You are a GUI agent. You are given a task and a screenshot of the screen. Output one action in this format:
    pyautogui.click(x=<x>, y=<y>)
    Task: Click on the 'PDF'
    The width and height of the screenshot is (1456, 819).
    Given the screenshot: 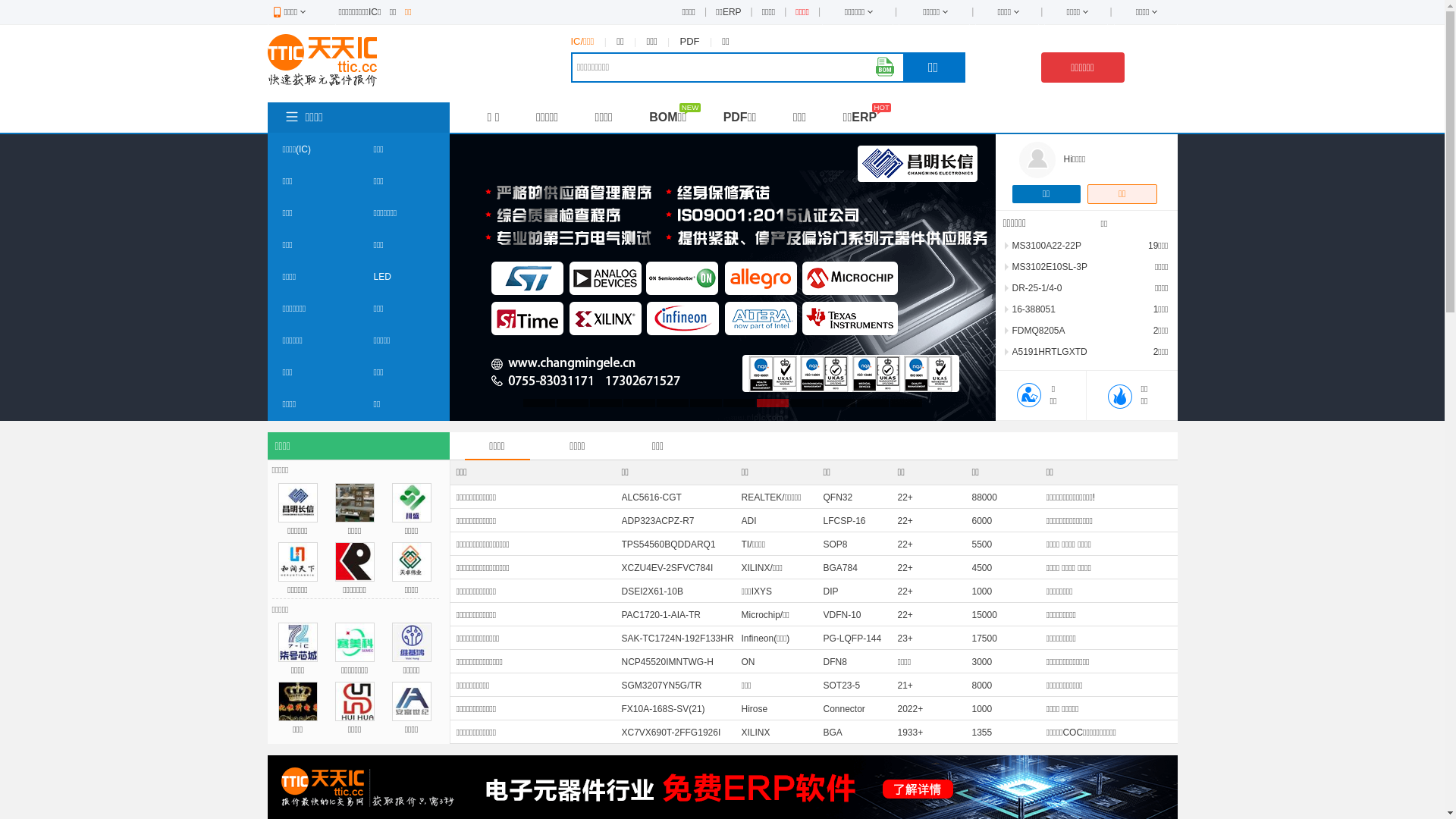 What is the action you would take?
    pyautogui.click(x=689, y=40)
    